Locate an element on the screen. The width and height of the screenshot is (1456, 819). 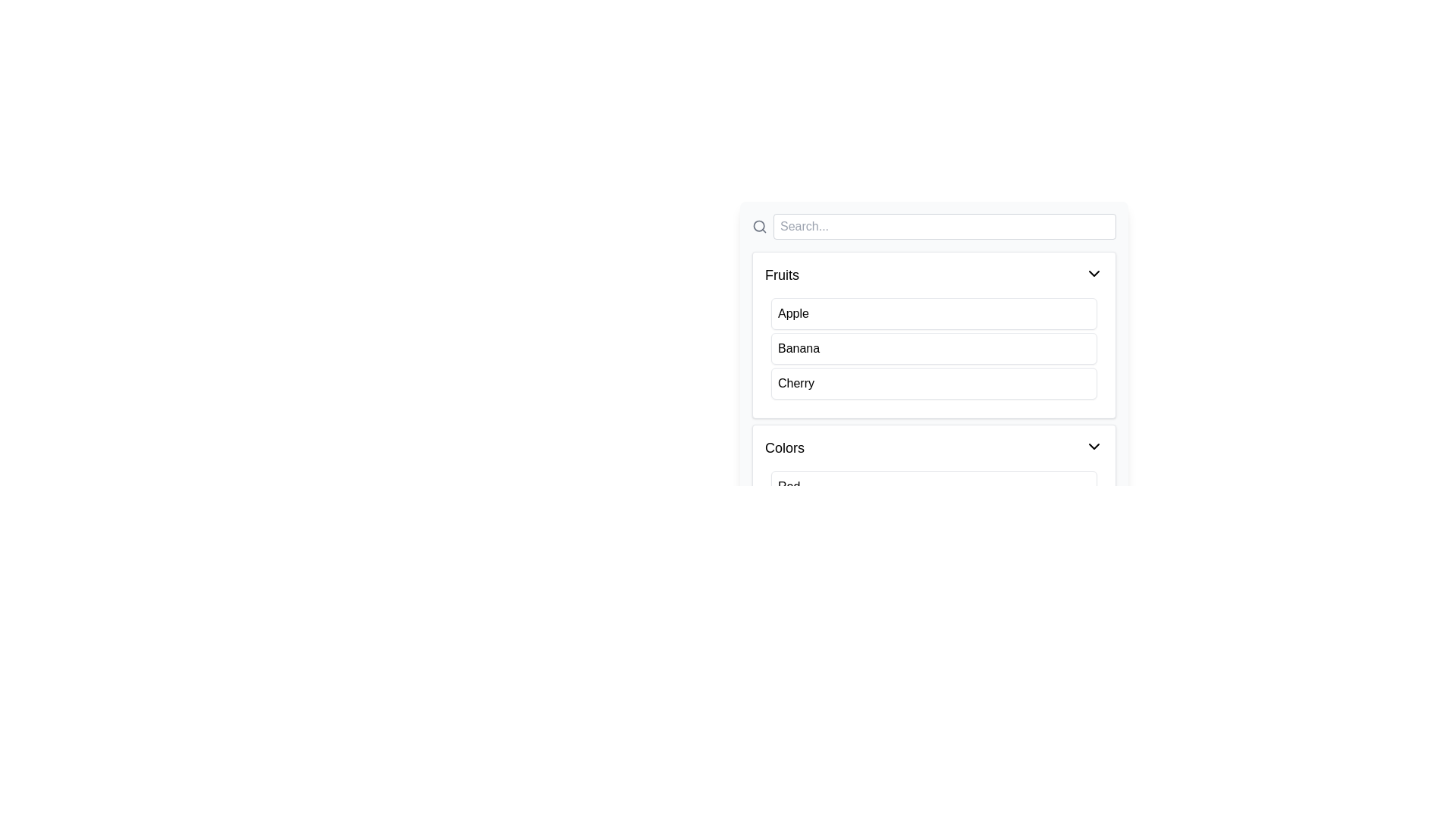
the gray magnifying glass icon representing the search function, which is positioned to the left of the search input field is located at coordinates (760, 227).